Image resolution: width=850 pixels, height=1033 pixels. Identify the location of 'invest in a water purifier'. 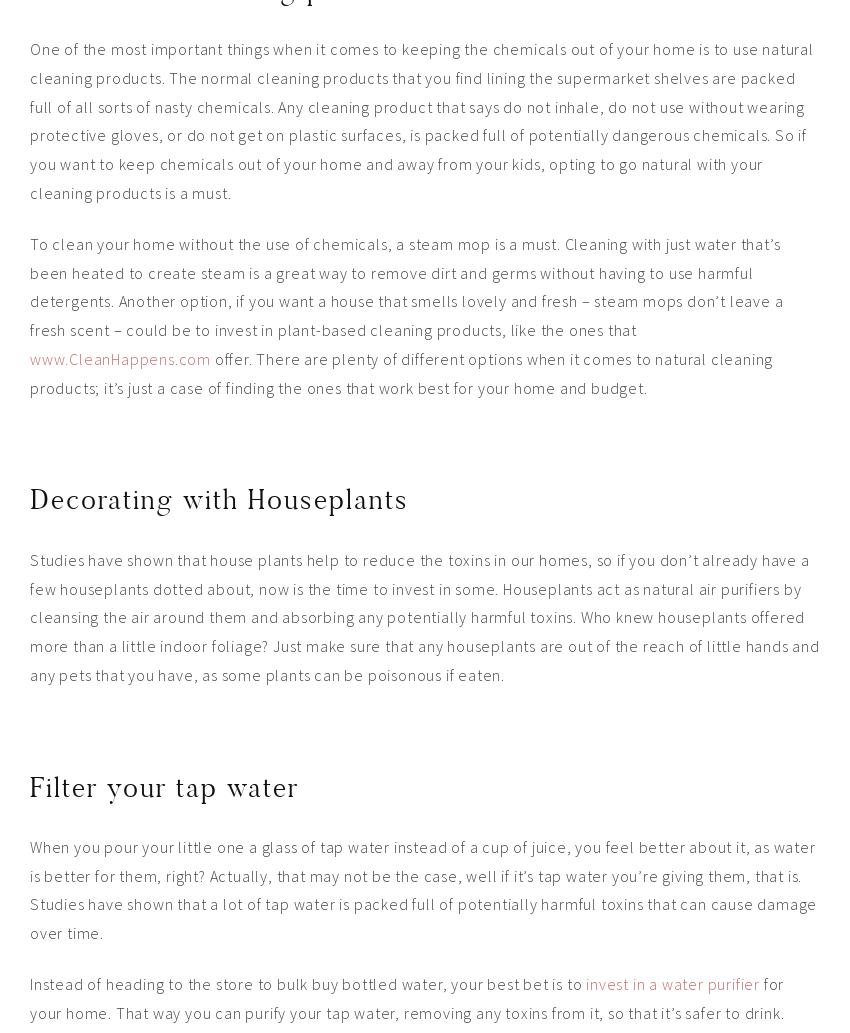
(585, 983).